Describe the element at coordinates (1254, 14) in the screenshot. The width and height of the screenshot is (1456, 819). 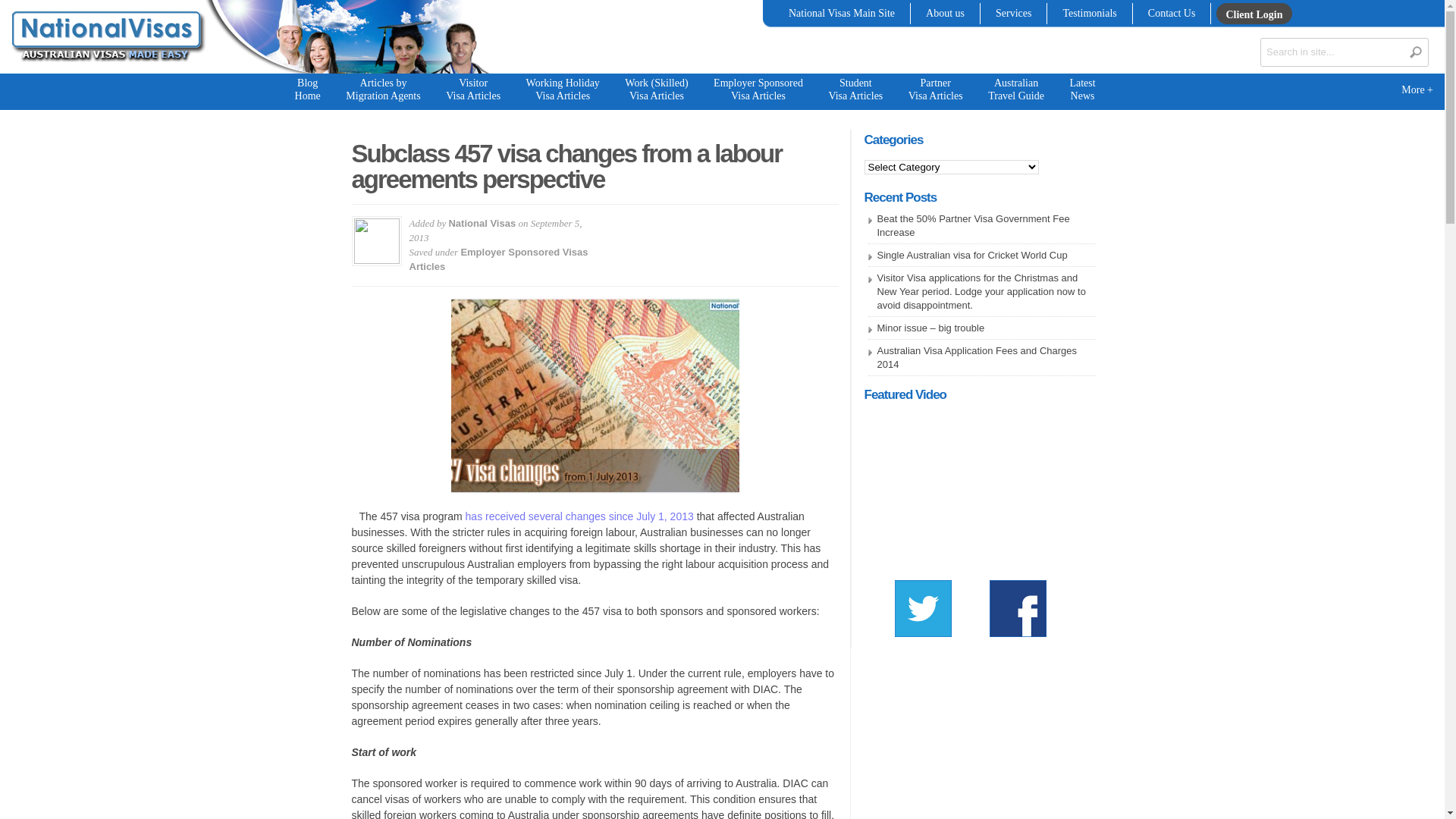
I see `'Client Login'` at that location.